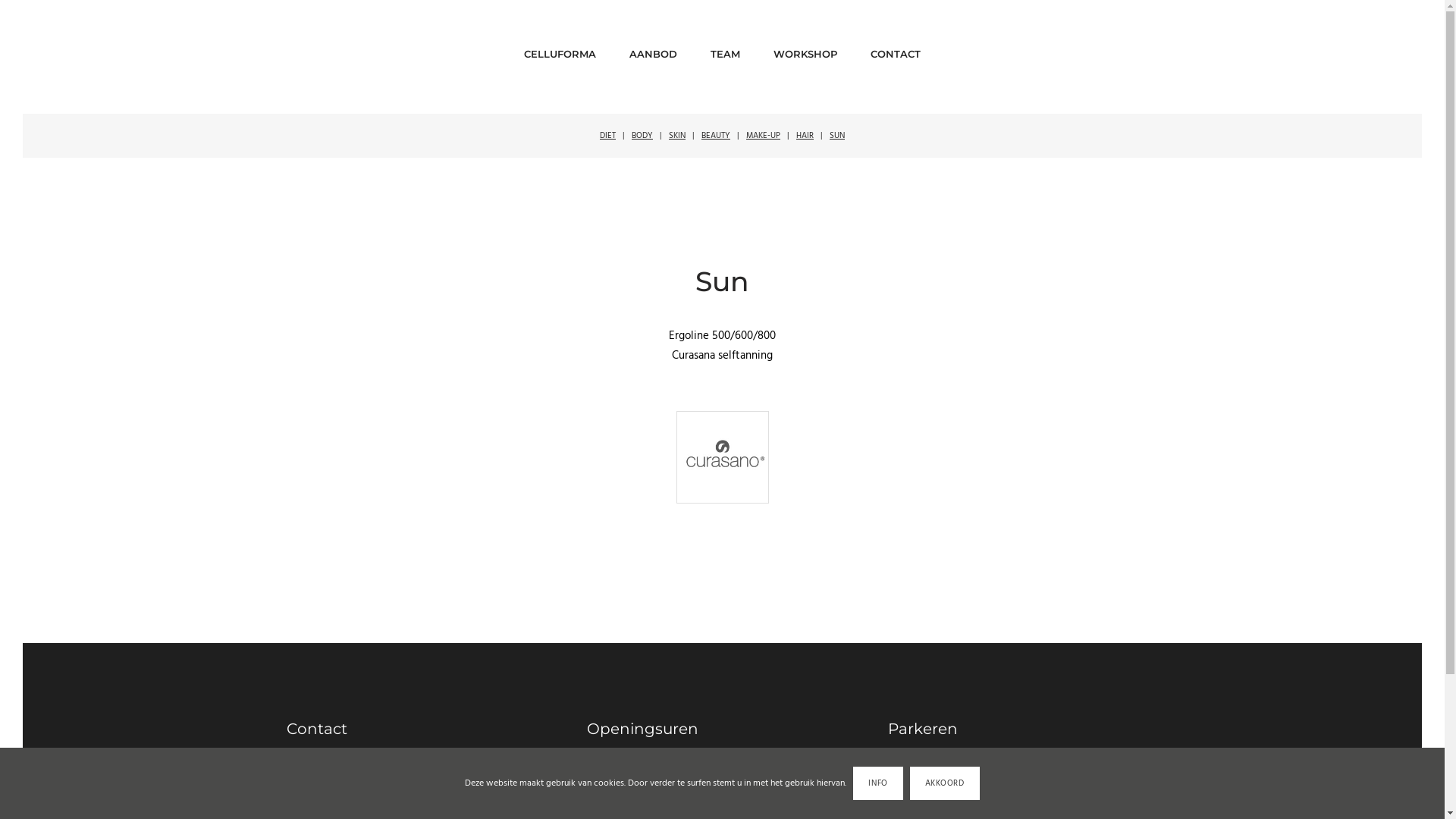  What do you see at coordinates (709, 49) in the screenshot?
I see `'TEAM'` at bounding box center [709, 49].